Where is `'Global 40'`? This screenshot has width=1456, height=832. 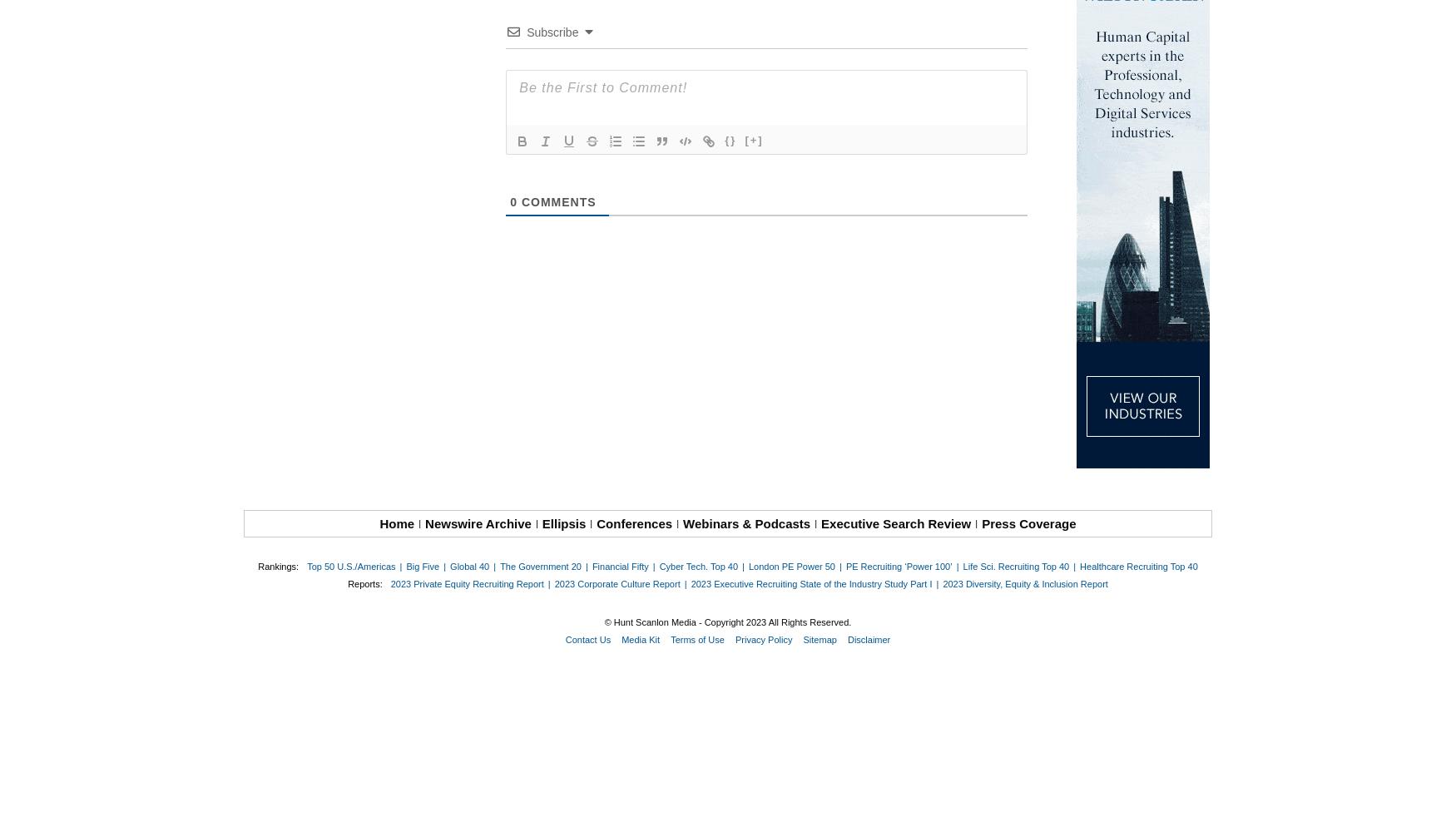
'Global 40' is located at coordinates (469, 567).